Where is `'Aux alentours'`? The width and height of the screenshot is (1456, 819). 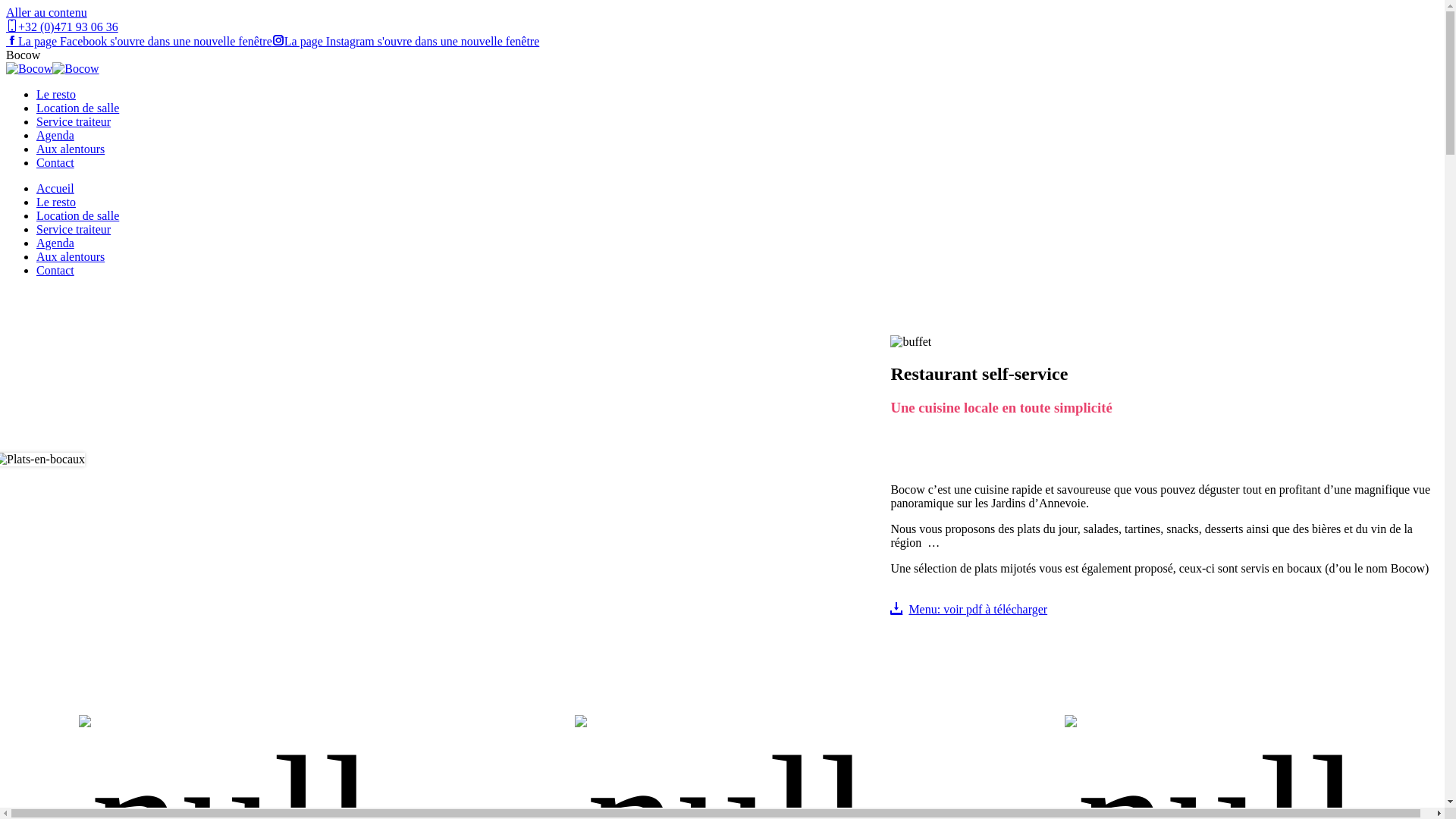
'Aux alentours' is located at coordinates (69, 149).